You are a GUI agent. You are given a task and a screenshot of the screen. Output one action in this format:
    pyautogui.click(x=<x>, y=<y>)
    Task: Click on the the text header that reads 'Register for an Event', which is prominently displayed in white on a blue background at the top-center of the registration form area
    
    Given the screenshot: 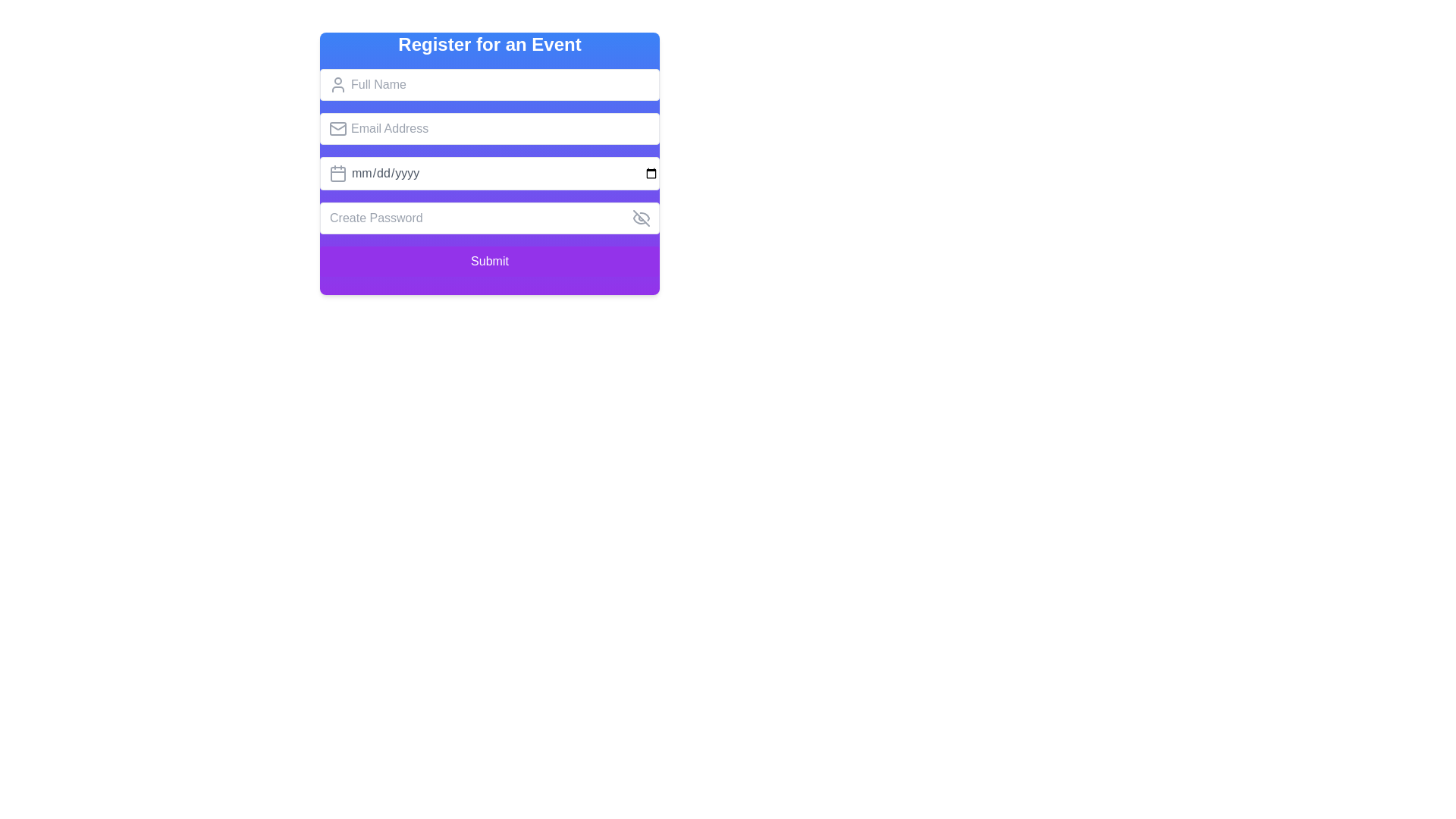 What is the action you would take?
    pyautogui.click(x=490, y=43)
    